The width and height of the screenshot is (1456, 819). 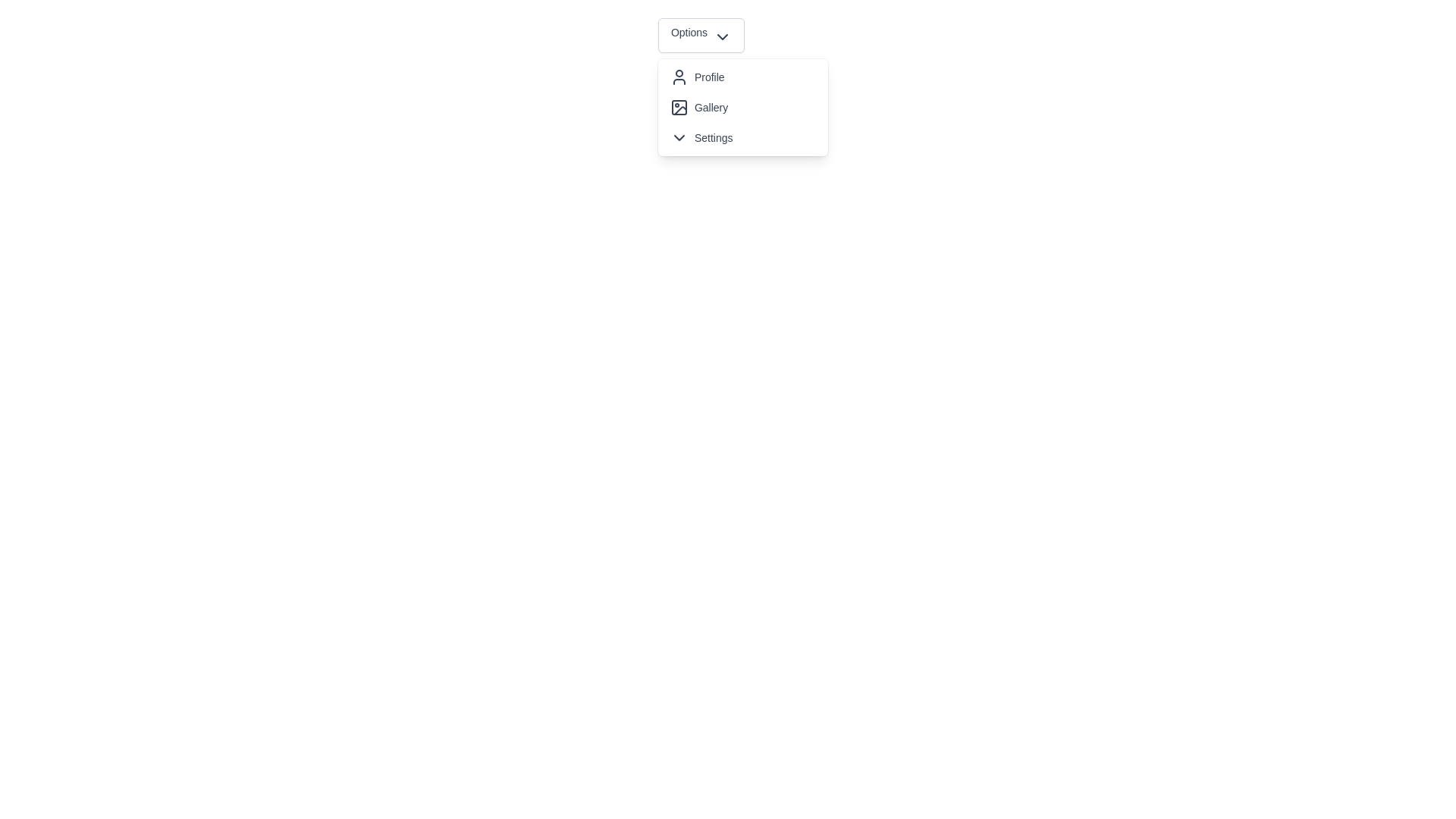 What do you see at coordinates (722, 36) in the screenshot?
I see `the chevron icon next to the 'Options' label to interact with the dropdown menu` at bounding box center [722, 36].